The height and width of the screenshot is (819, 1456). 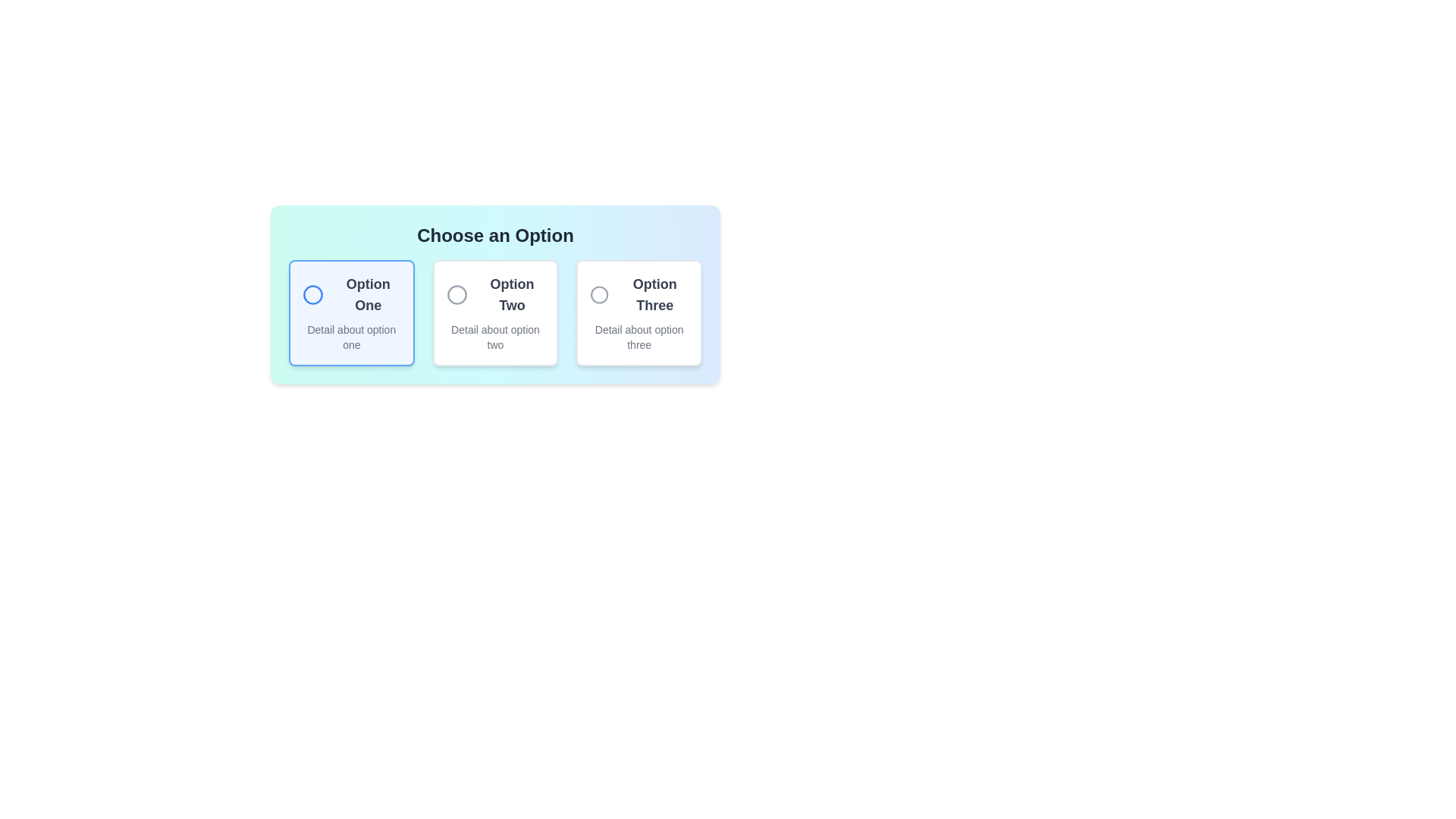 I want to click on the circular icon with a blue outline located inside the card labeled 'Option One', which is the first card in a horizontal set of three cards, so click(x=312, y=295).